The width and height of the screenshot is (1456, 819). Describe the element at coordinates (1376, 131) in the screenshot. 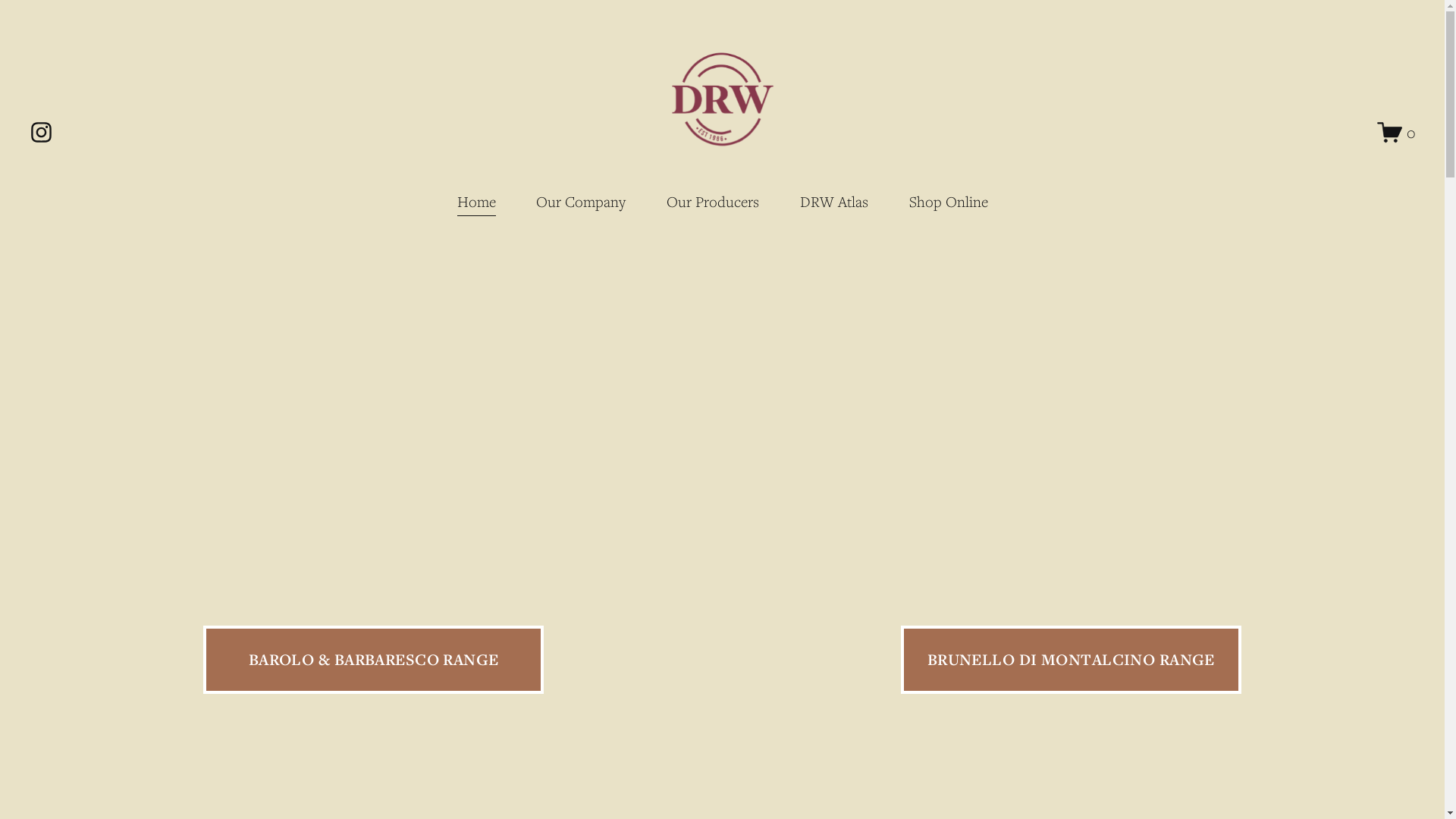

I see `'0'` at that location.